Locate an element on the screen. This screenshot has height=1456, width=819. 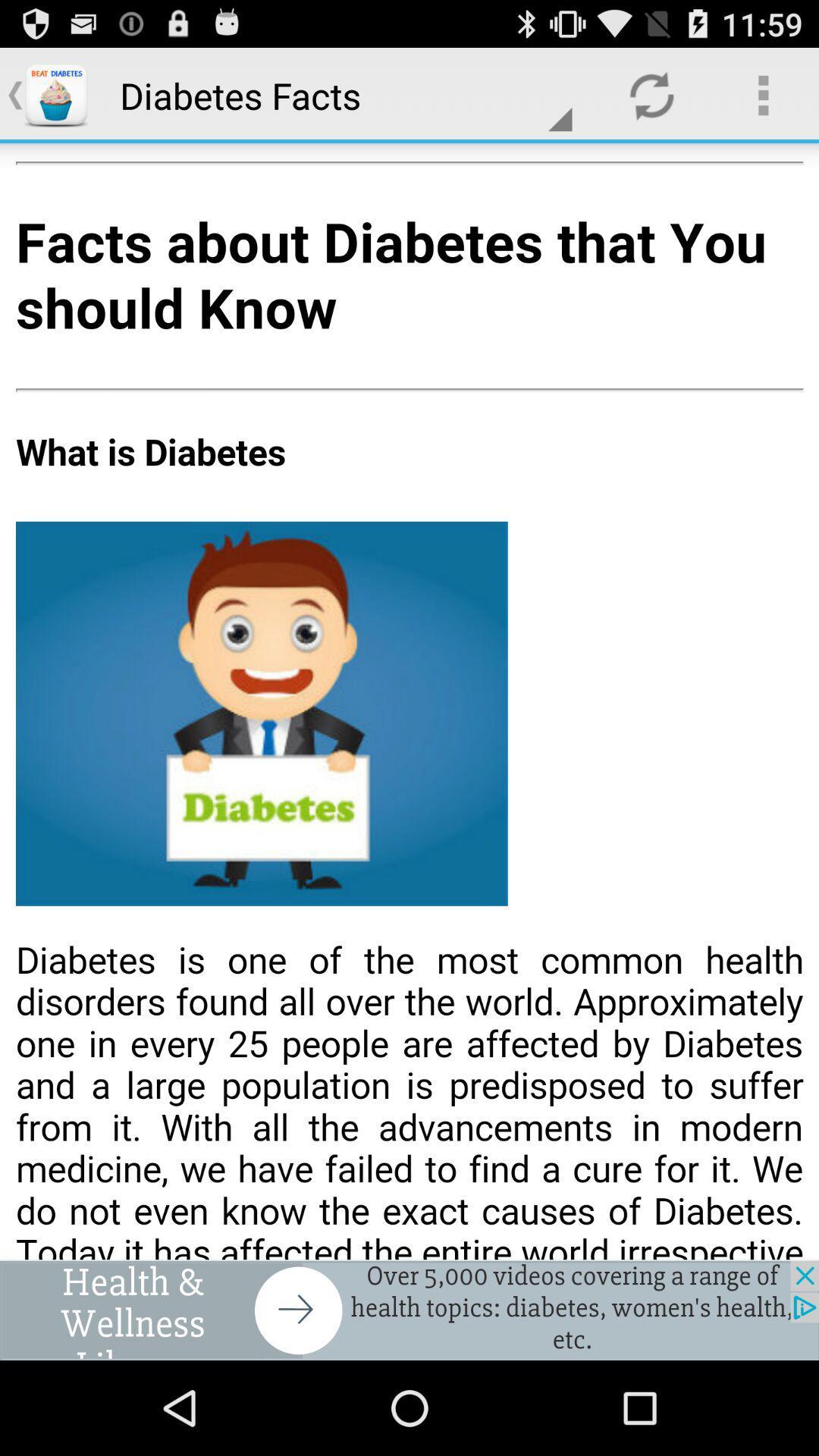
notification is located at coordinates (409, 1310).